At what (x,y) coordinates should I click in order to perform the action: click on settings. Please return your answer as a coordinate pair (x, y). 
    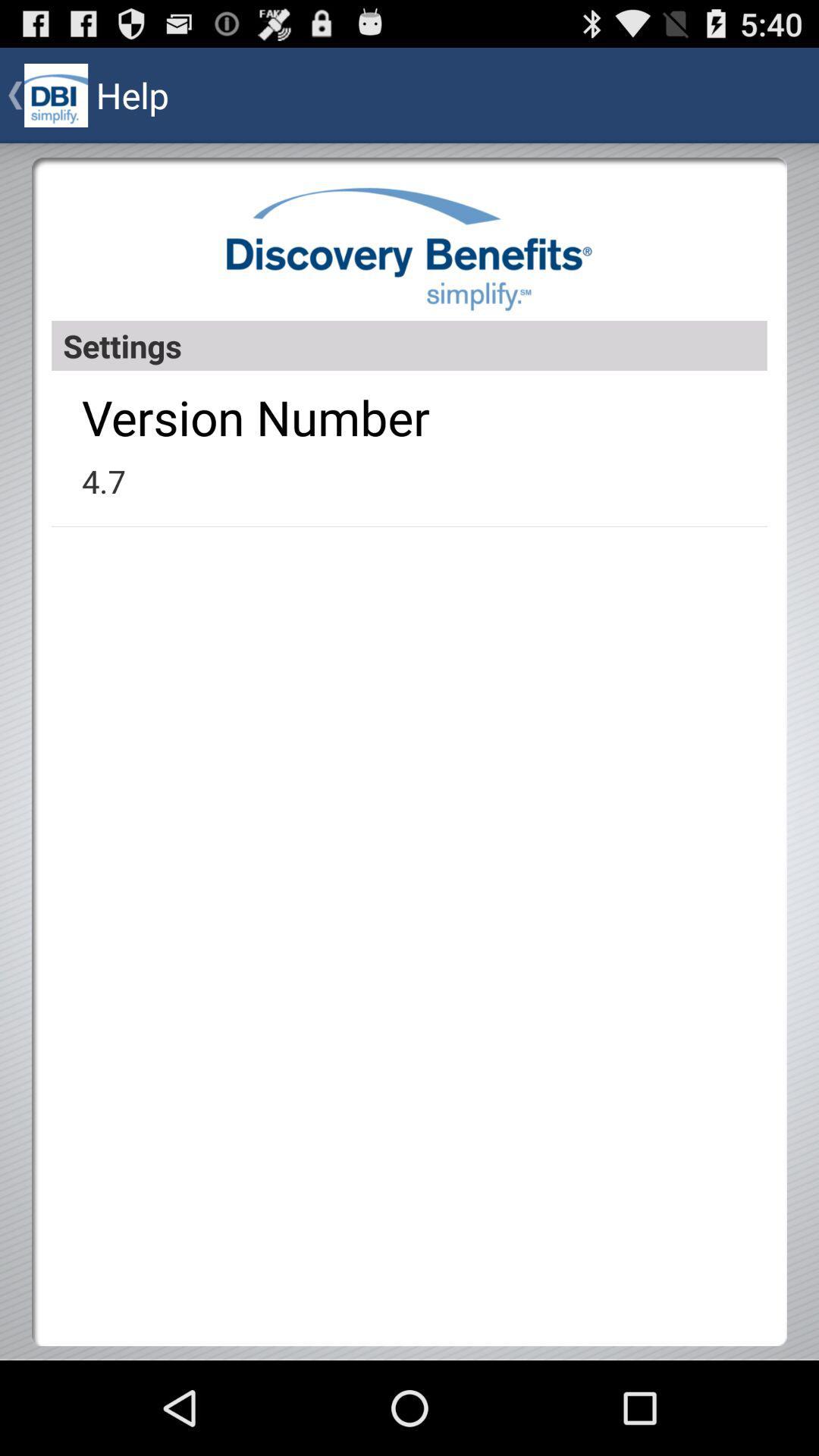
    Looking at the image, I should click on (409, 345).